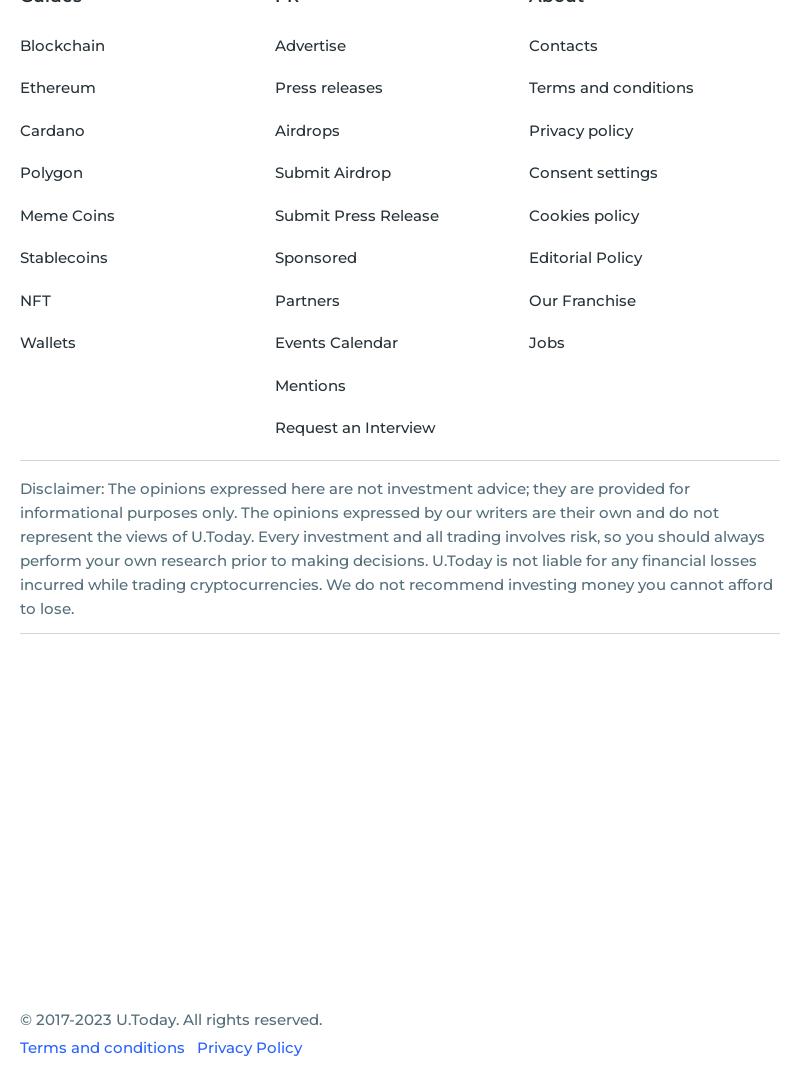 The height and width of the screenshot is (1076, 800). I want to click on 'Privacy policy', so click(580, 128).